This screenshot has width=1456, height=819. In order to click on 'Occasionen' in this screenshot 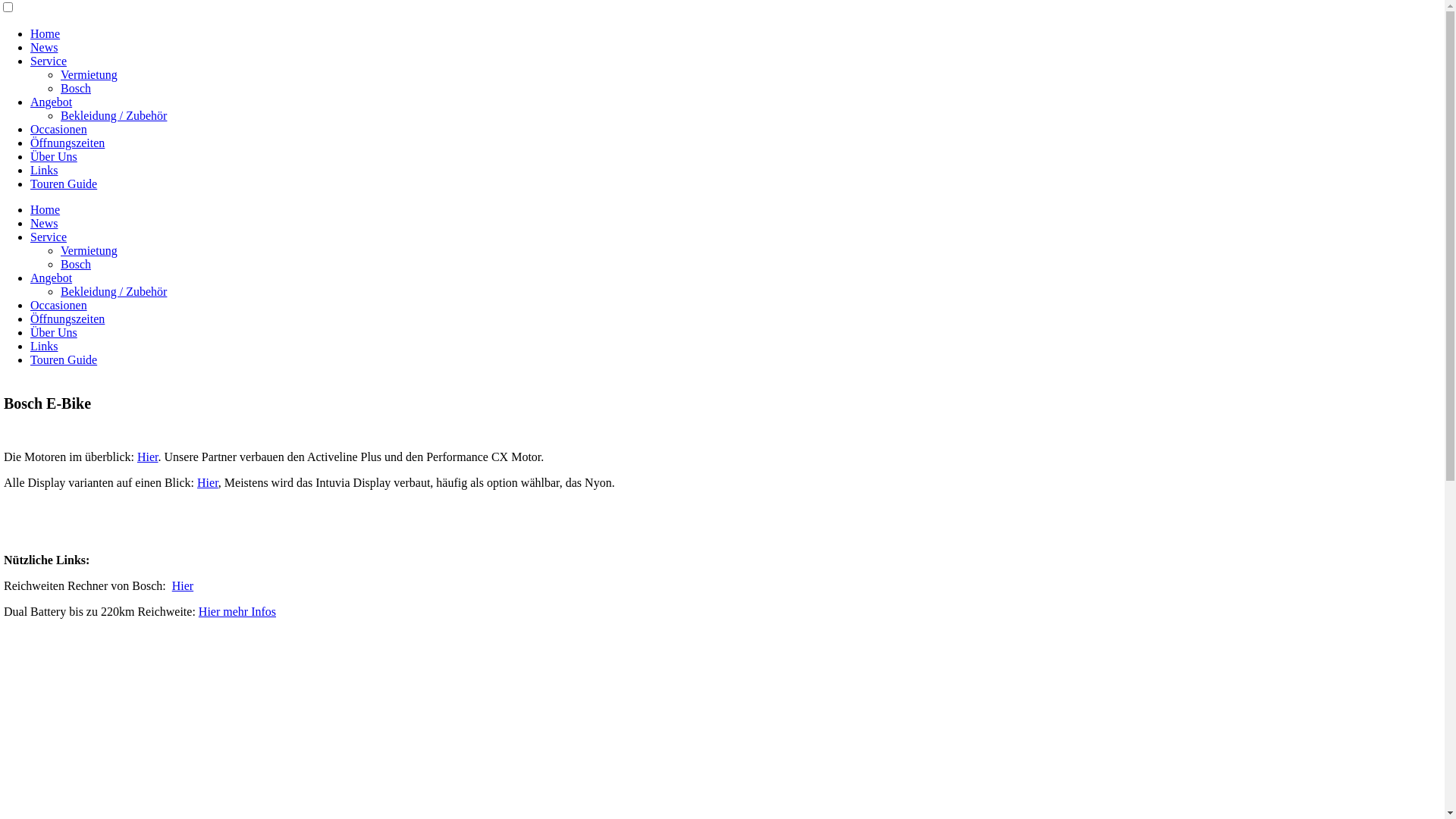, I will do `click(58, 128)`.